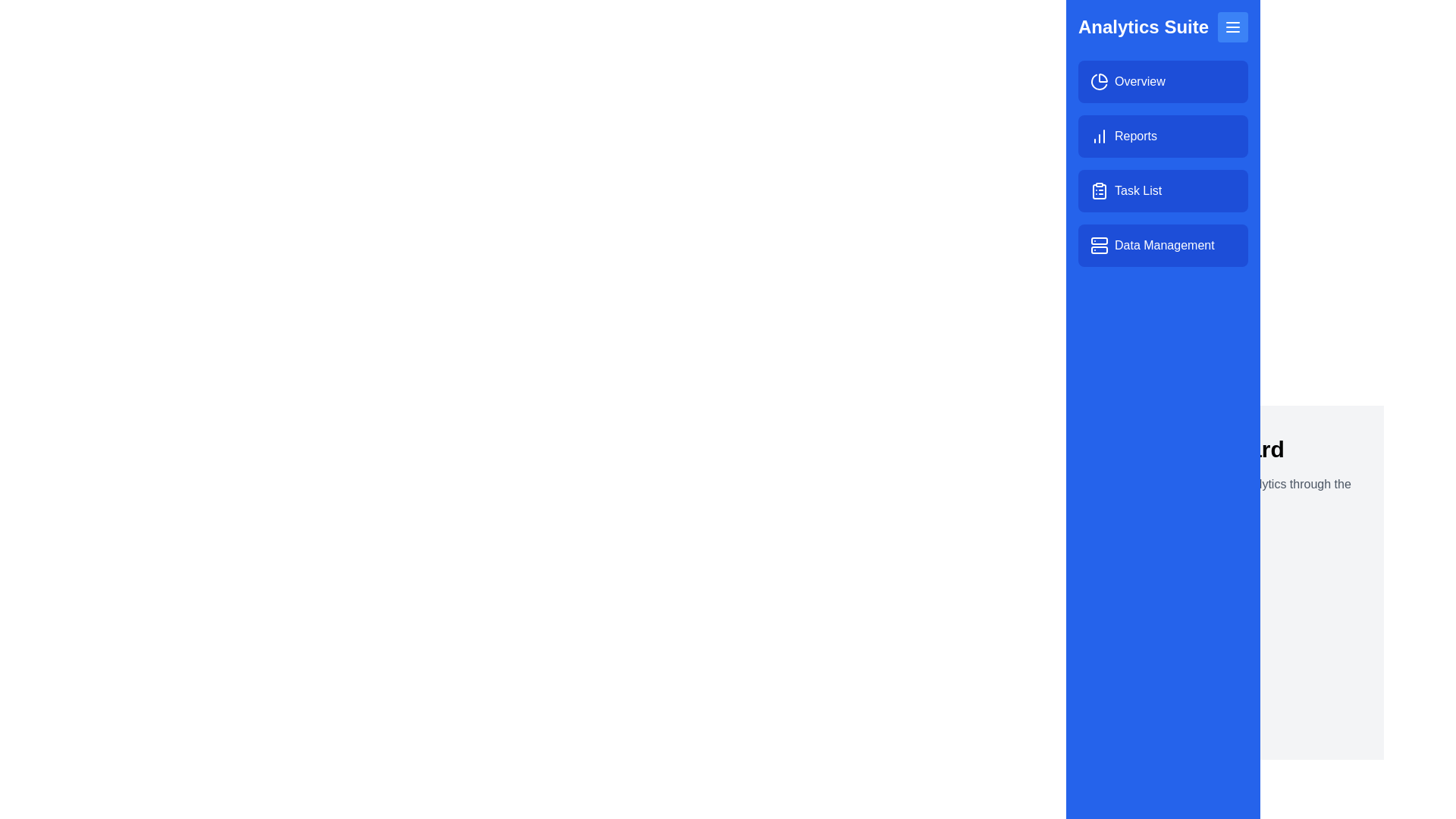  I want to click on the text element Access and manage your analytics through the menu. for interaction, so click(1225, 494).